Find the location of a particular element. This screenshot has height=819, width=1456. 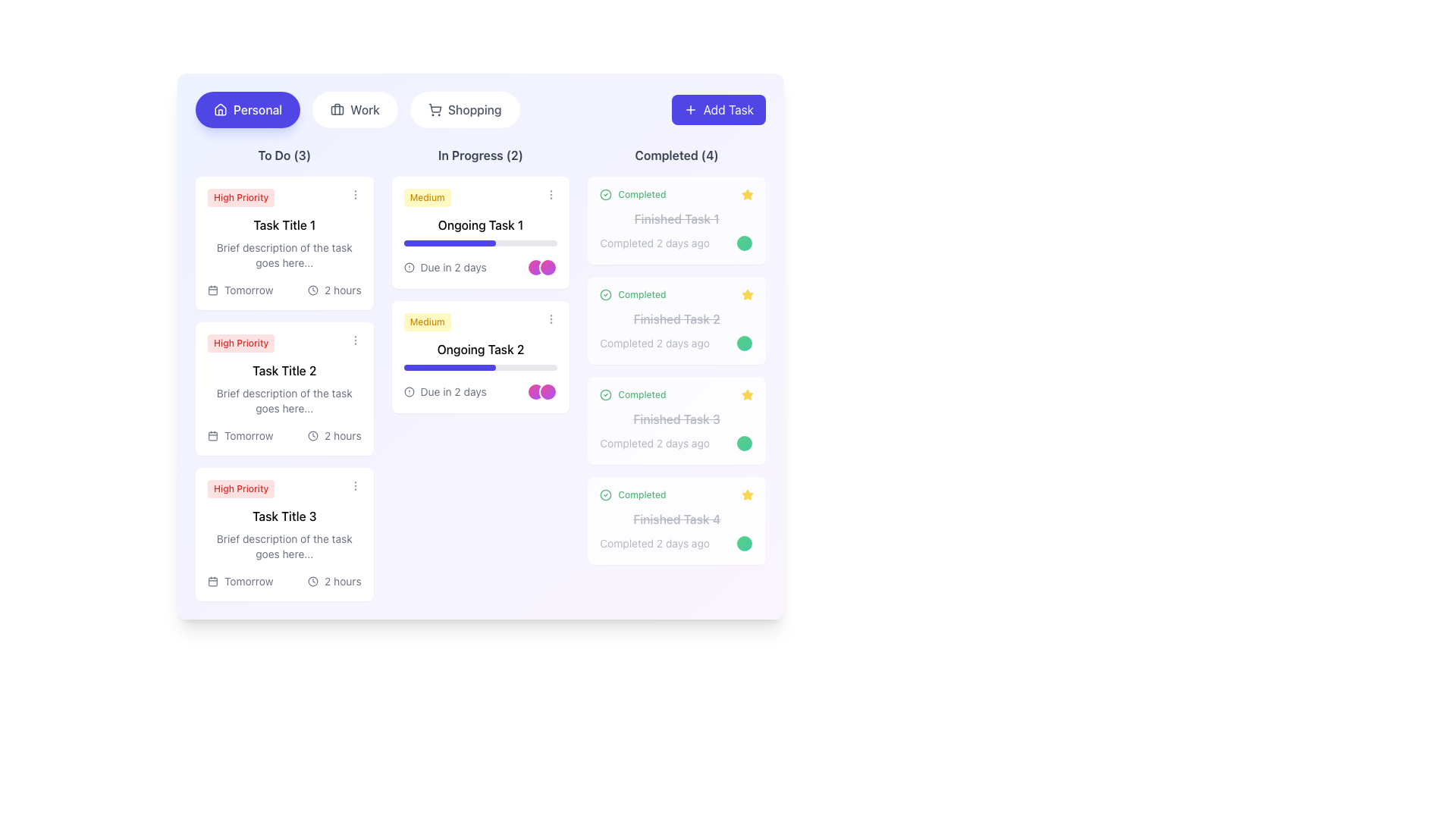

the text label that displays the title of a task, located in the third card of the 'To Do' column, beneath the 'High Priority' label is located at coordinates (284, 516).